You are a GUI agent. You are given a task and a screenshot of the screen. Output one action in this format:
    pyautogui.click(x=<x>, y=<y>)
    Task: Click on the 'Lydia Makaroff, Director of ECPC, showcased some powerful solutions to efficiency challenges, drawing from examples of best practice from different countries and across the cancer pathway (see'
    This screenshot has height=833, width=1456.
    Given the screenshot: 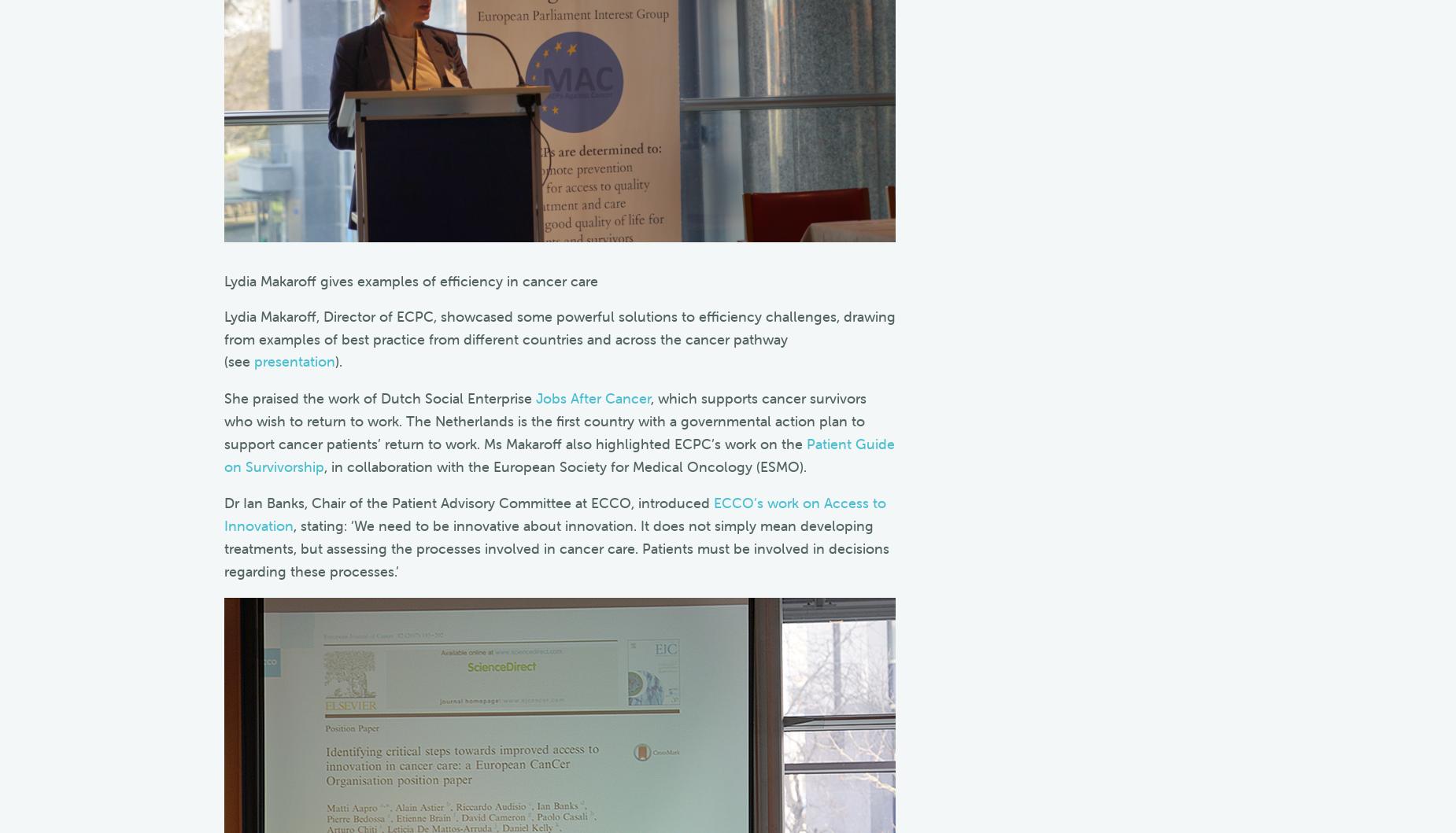 What is the action you would take?
    pyautogui.click(x=559, y=338)
    